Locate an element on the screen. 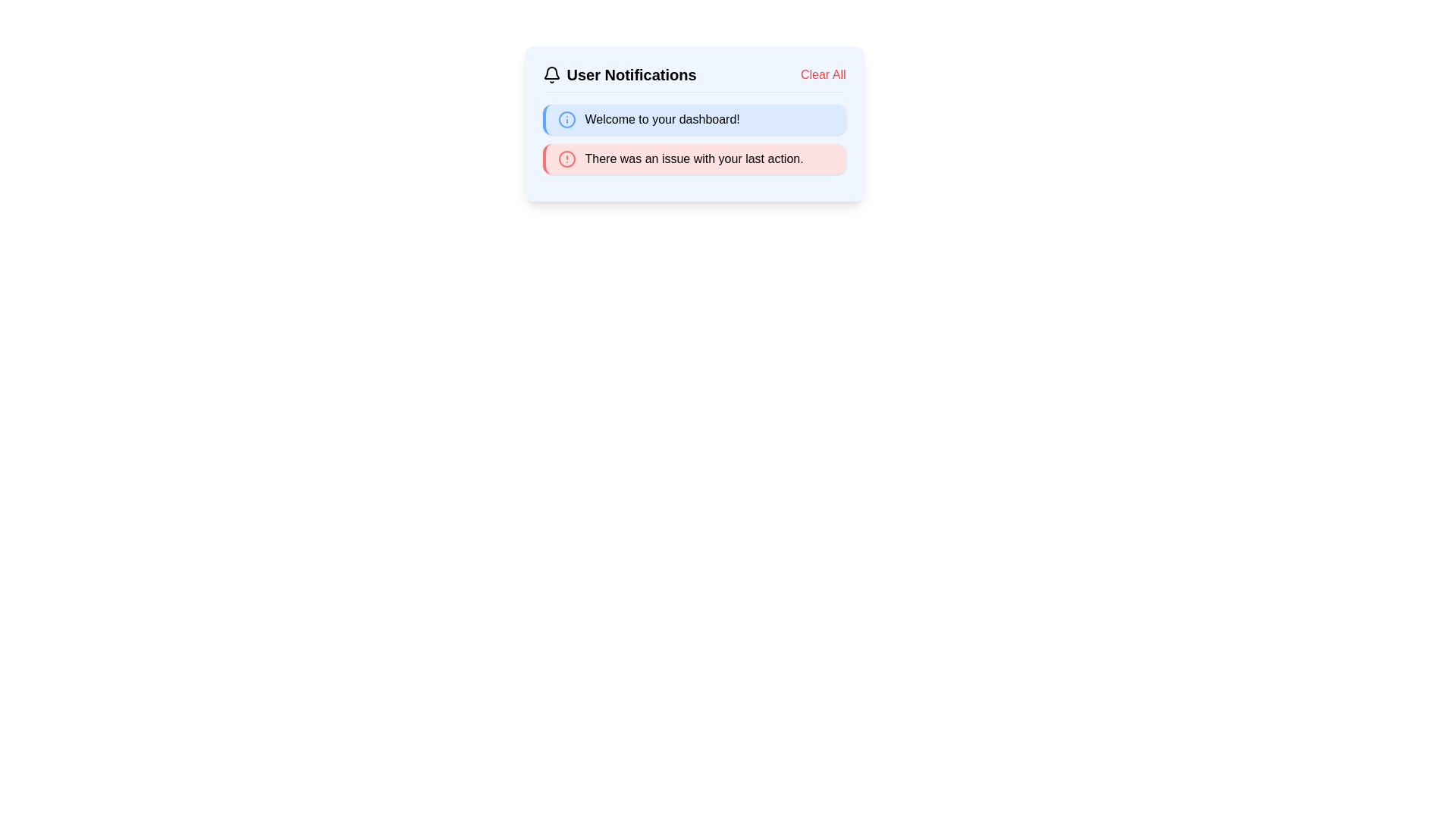  the Informational notification box located below the 'User Notifications' heading, which provides a positive welcome message to the user is located at coordinates (693, 119).